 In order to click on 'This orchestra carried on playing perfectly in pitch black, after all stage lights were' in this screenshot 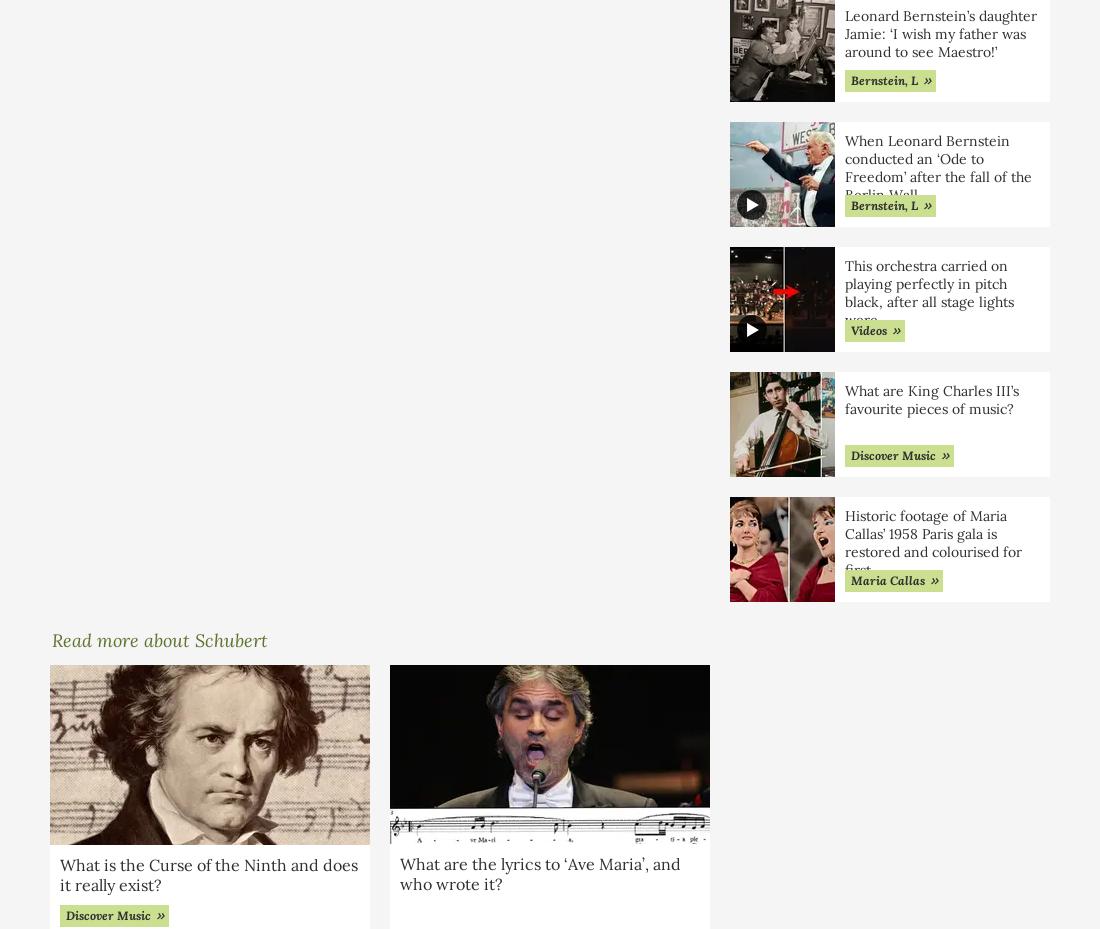, I will do `click(844, 291)`.